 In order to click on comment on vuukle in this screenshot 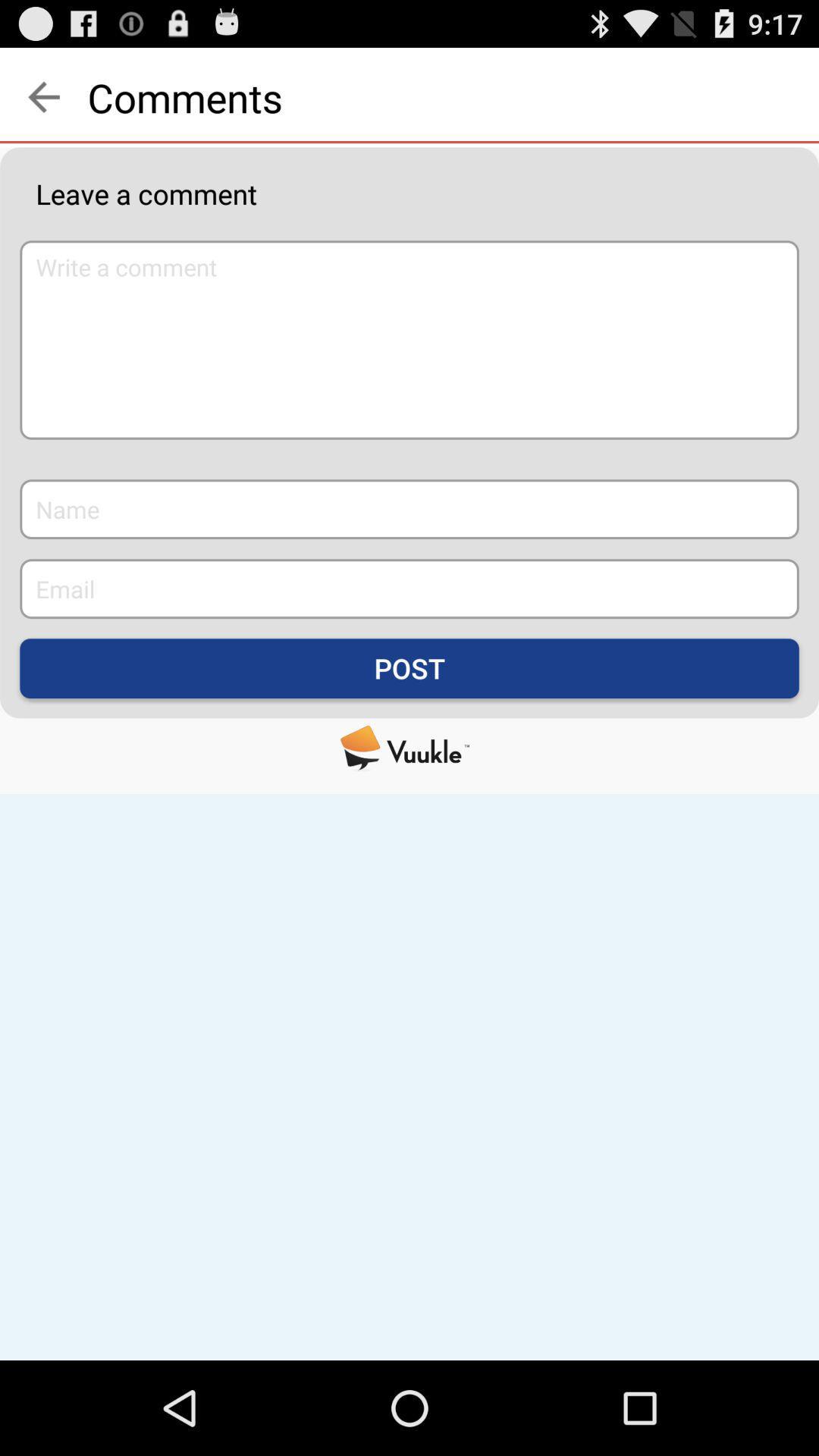, I will do `click(409, 748)`.